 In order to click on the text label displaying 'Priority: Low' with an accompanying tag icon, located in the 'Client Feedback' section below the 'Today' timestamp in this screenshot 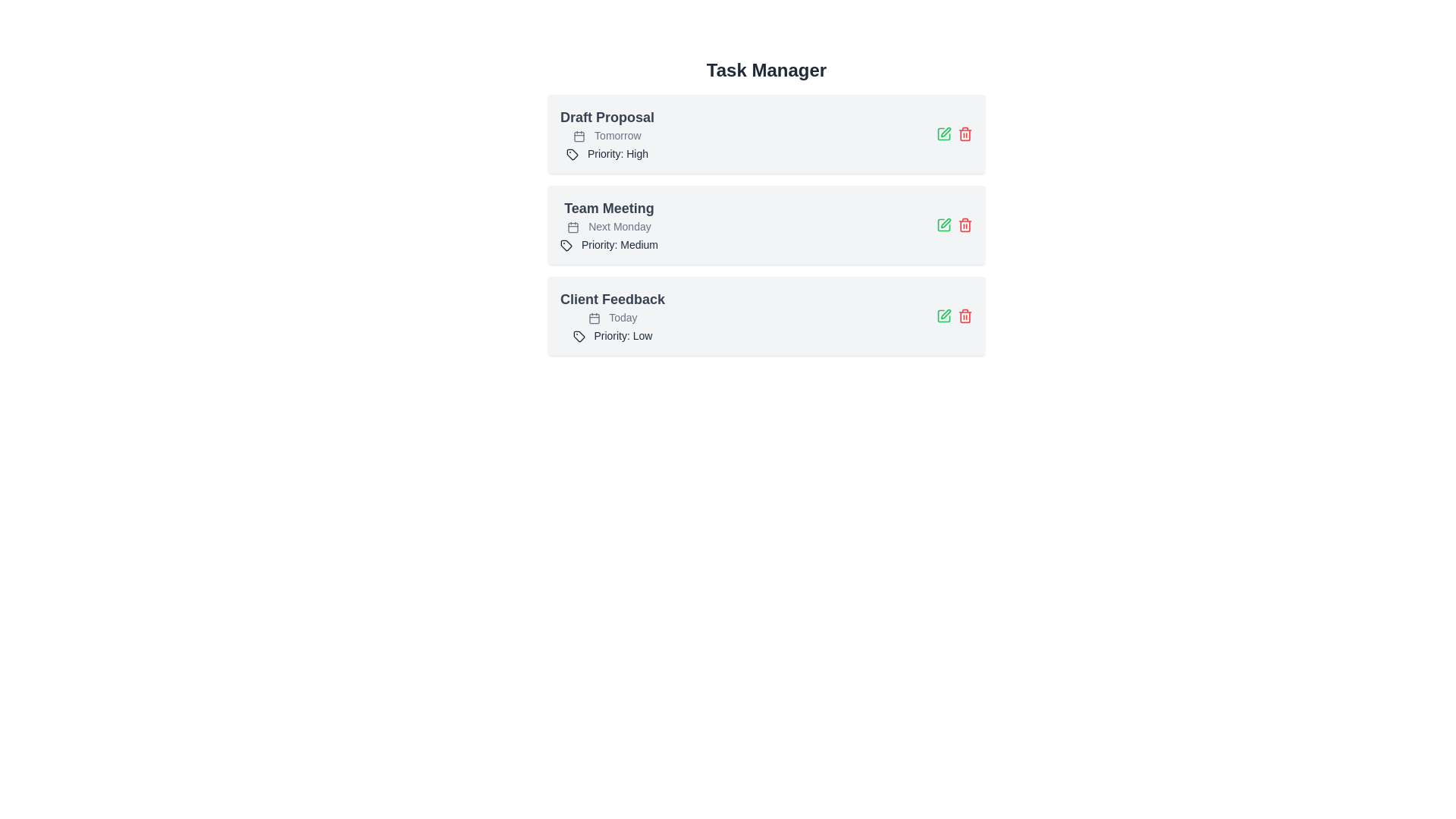, I will do `click(612, 335)`.